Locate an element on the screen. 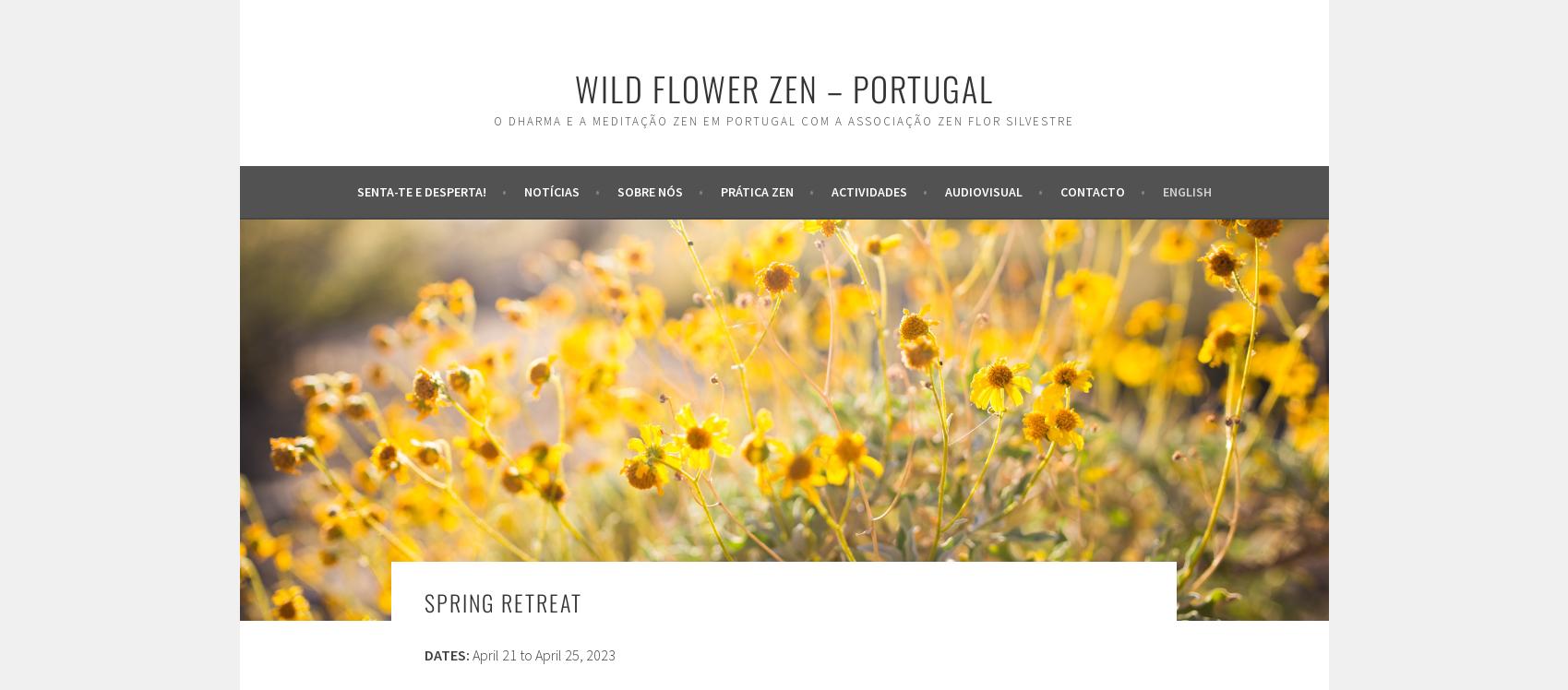  'April 21 to April 25, 2023' is located at coordinates (542, 653).